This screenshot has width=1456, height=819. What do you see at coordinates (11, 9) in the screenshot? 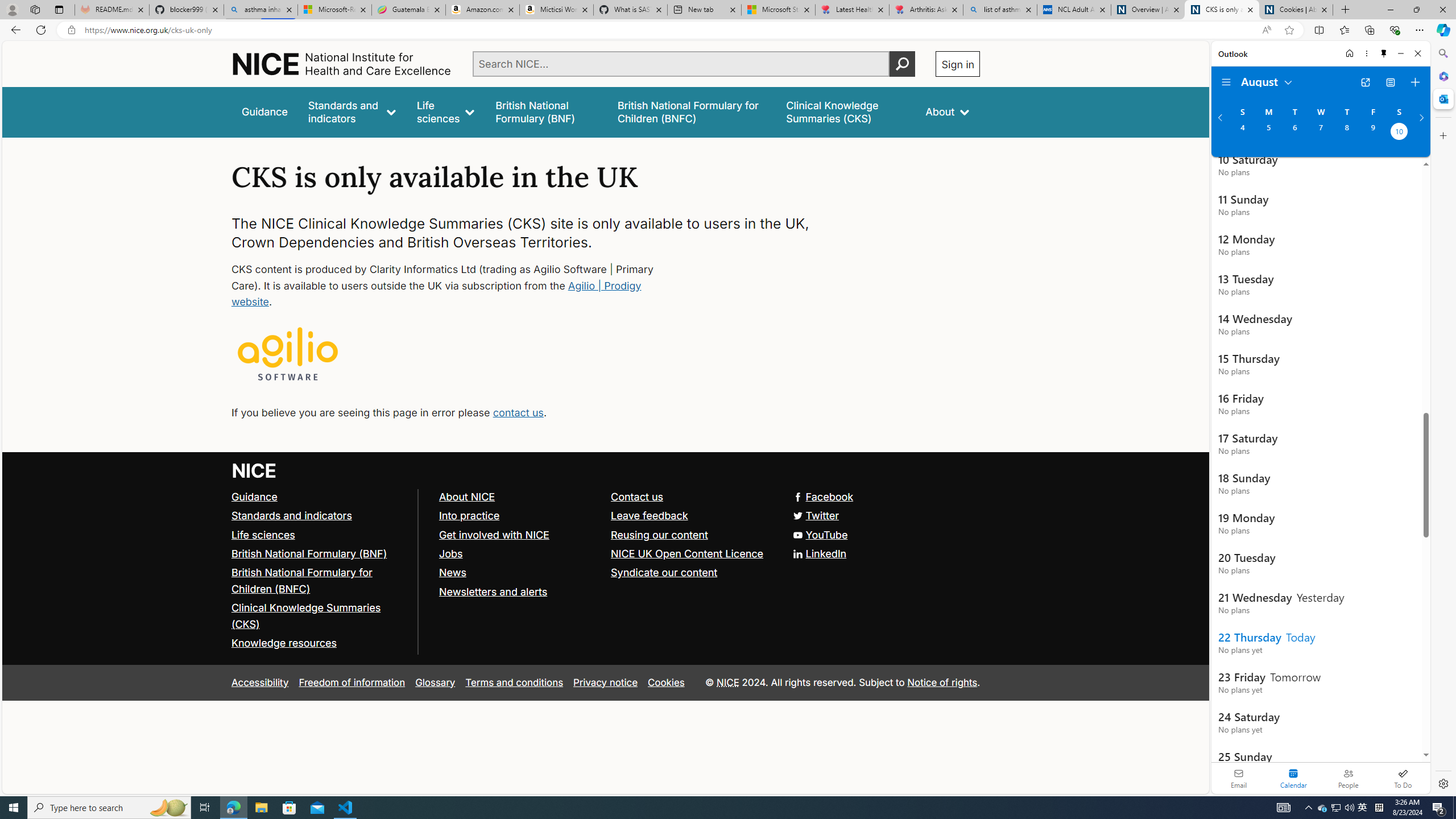
I see `'Personal Profile'` at bounding box center [11, 9].